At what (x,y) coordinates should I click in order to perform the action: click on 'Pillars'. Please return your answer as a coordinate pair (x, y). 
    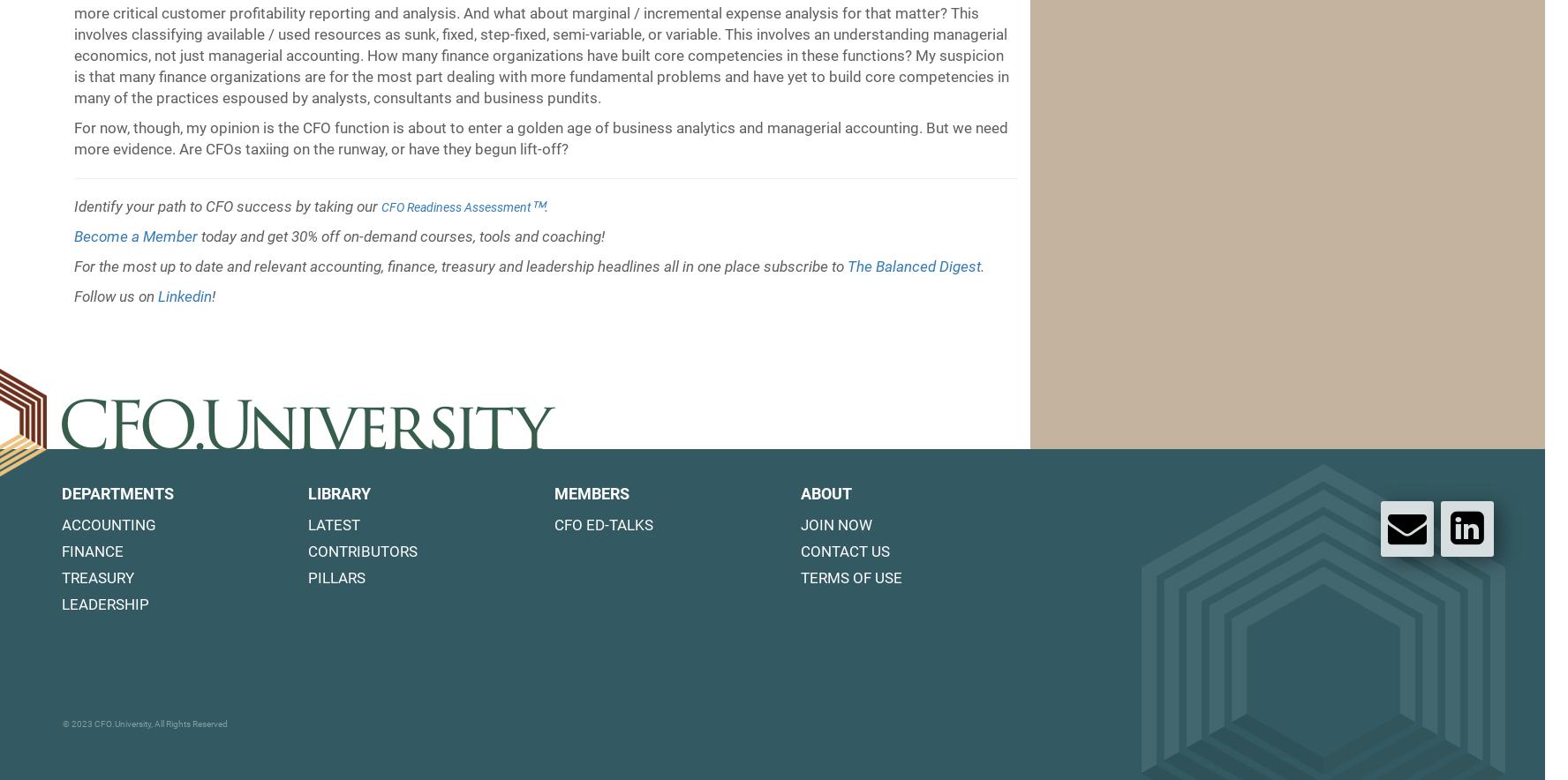
    Looking at the image, I should click on (336, 575).